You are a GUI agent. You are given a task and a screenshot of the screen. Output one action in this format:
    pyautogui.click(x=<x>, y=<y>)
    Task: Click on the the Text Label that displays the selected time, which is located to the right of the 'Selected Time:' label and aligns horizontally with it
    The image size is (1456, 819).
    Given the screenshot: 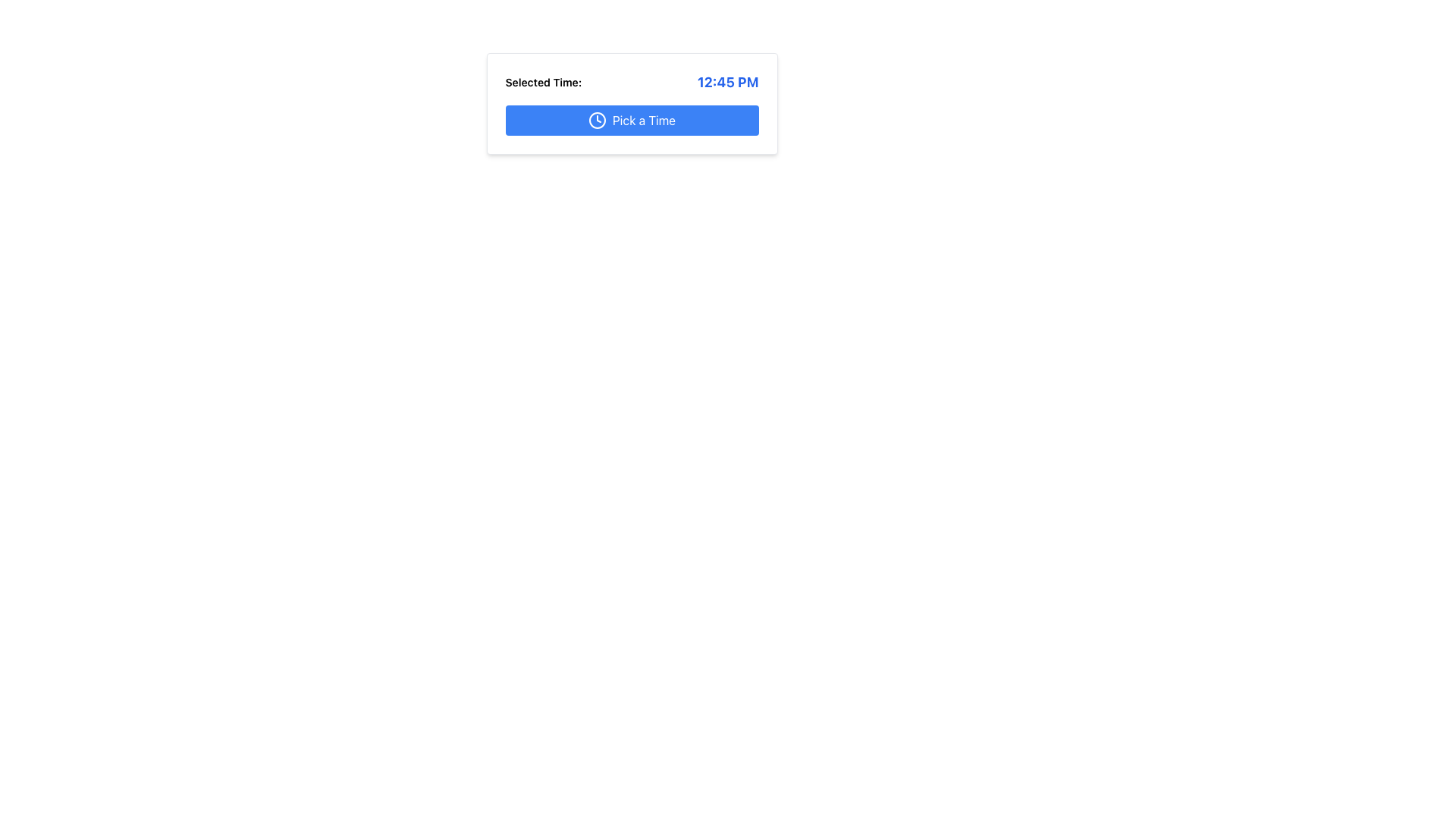 What is the action you would take?
    pyautogui.click(x=728, y=82)
    